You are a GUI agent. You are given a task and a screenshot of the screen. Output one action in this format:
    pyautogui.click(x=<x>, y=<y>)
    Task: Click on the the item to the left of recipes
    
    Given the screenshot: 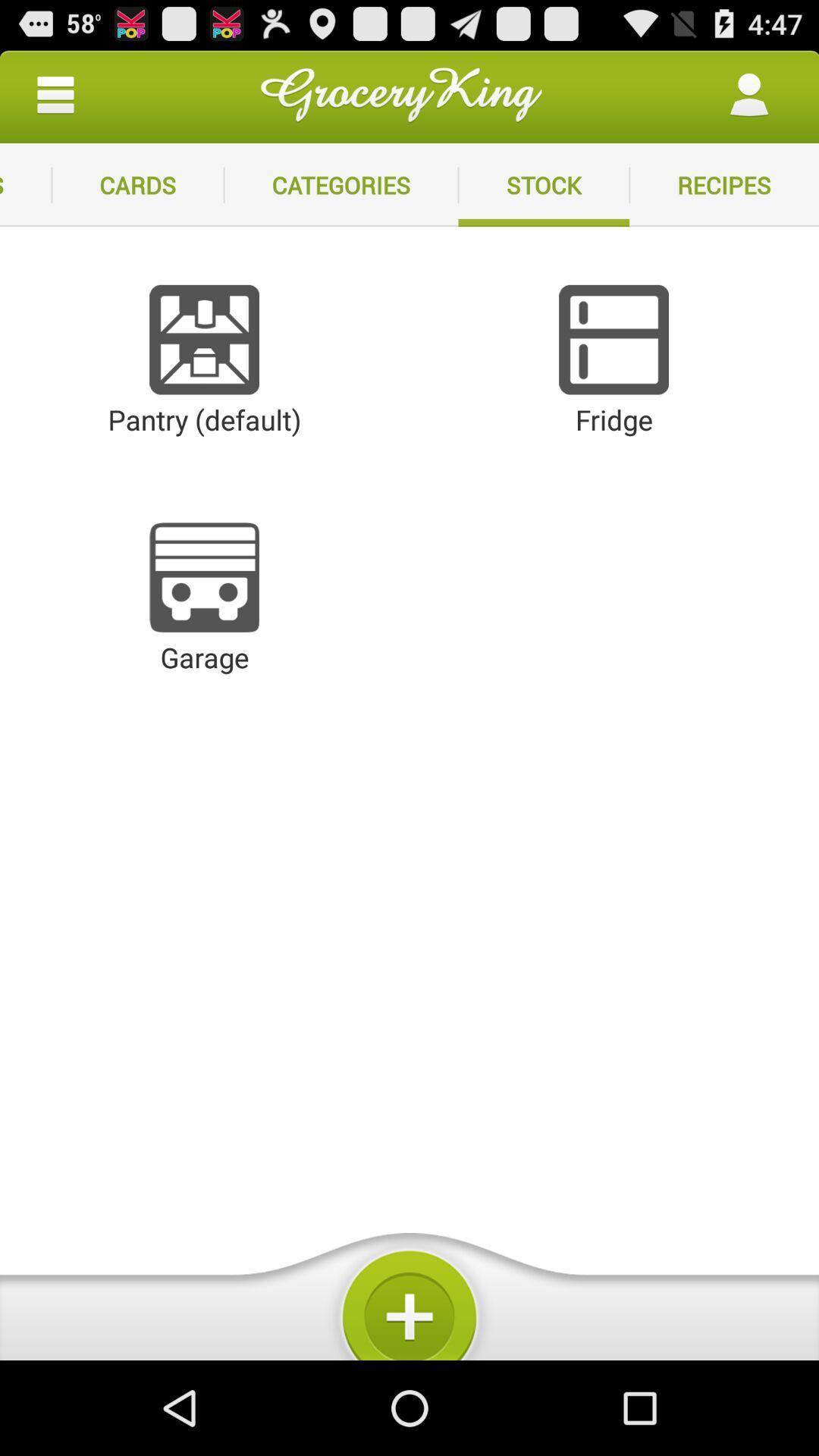 What is the action you would take?
    pyautogui.click(x=543, y=184)
    